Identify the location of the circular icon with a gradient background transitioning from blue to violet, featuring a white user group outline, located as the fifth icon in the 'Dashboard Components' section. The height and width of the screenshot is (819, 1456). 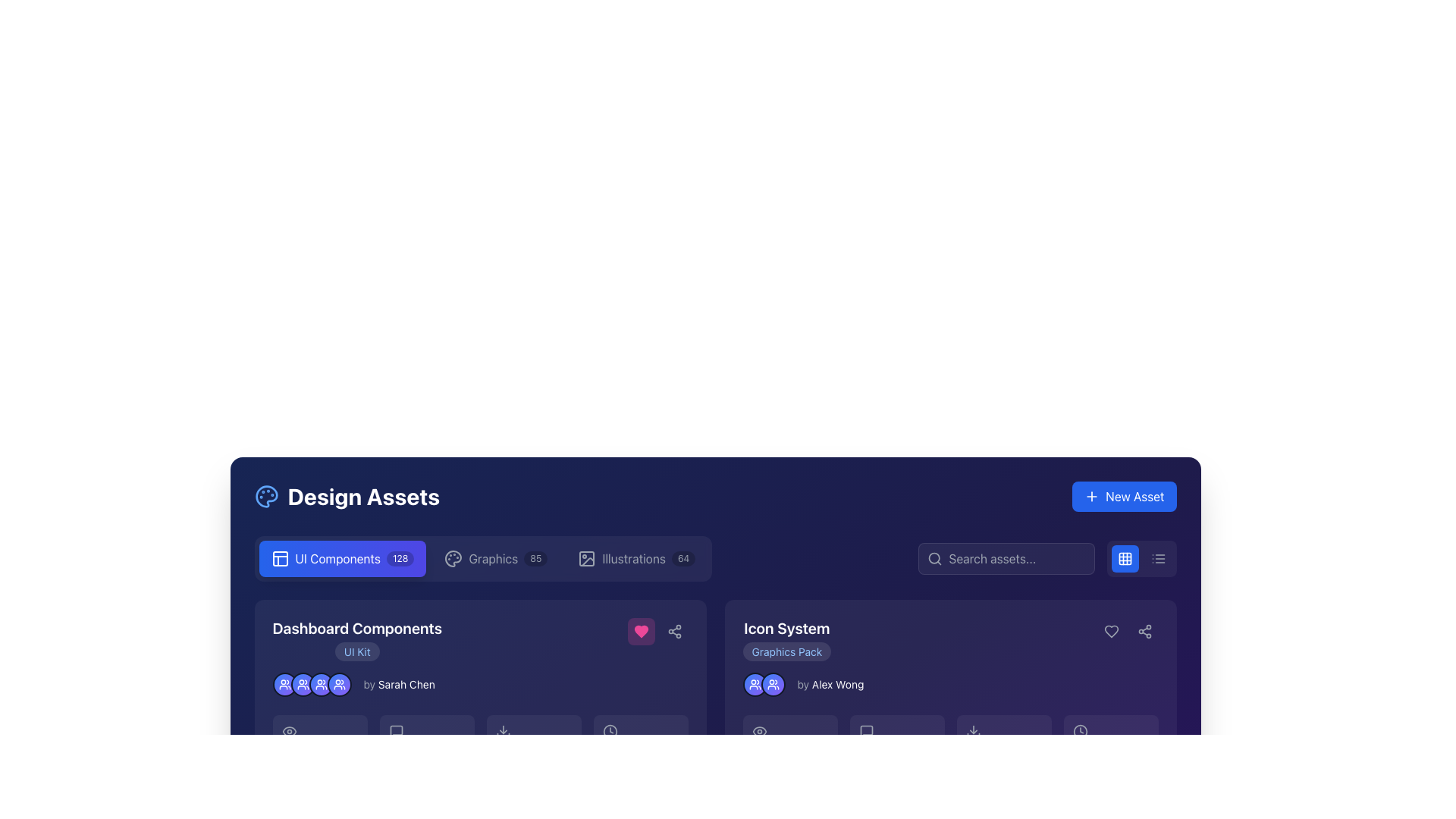
(338, 684).